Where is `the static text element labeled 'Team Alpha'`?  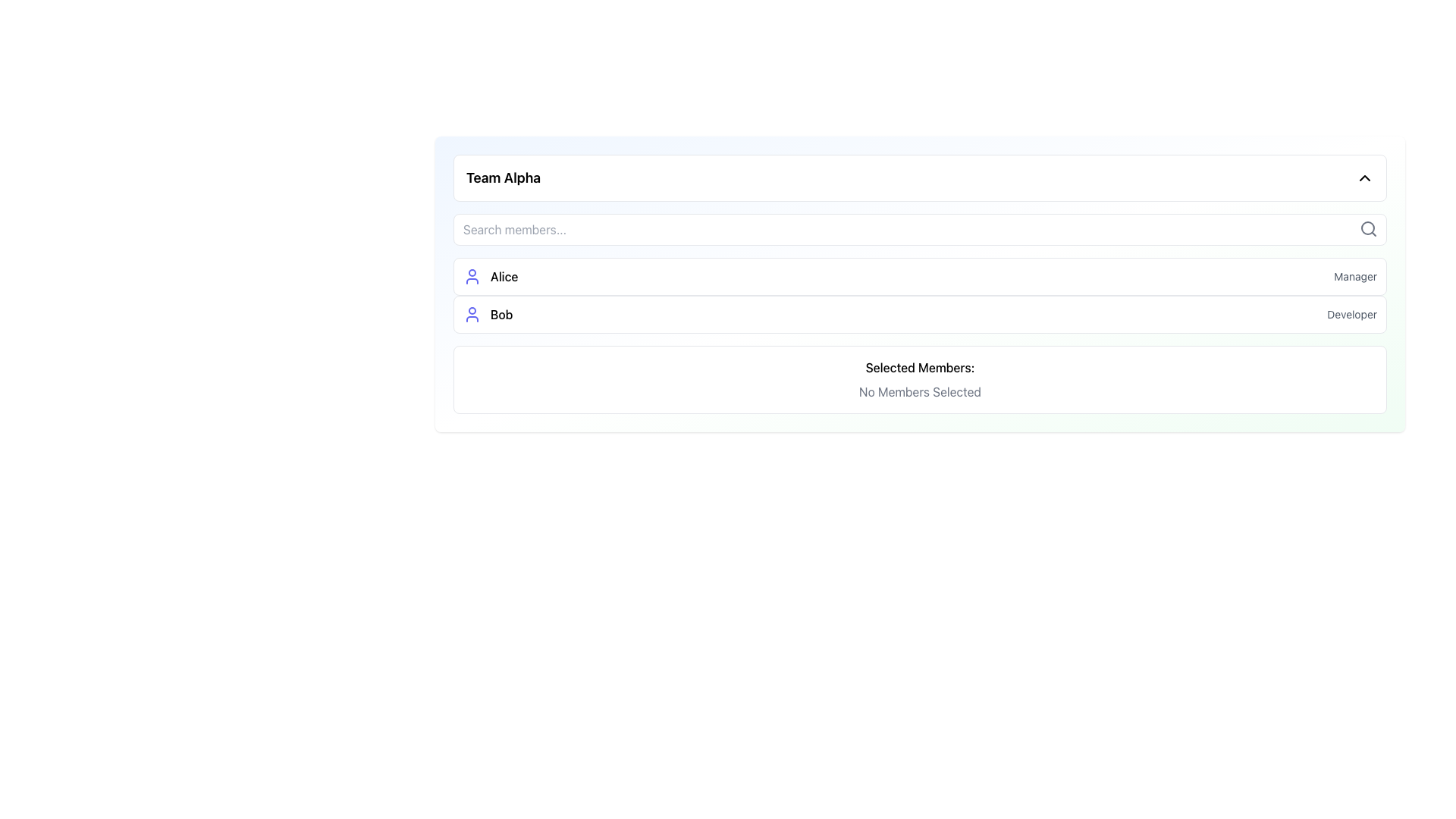
the static text element labeled 'Team Alpha' is located at coordinates (504, 177).